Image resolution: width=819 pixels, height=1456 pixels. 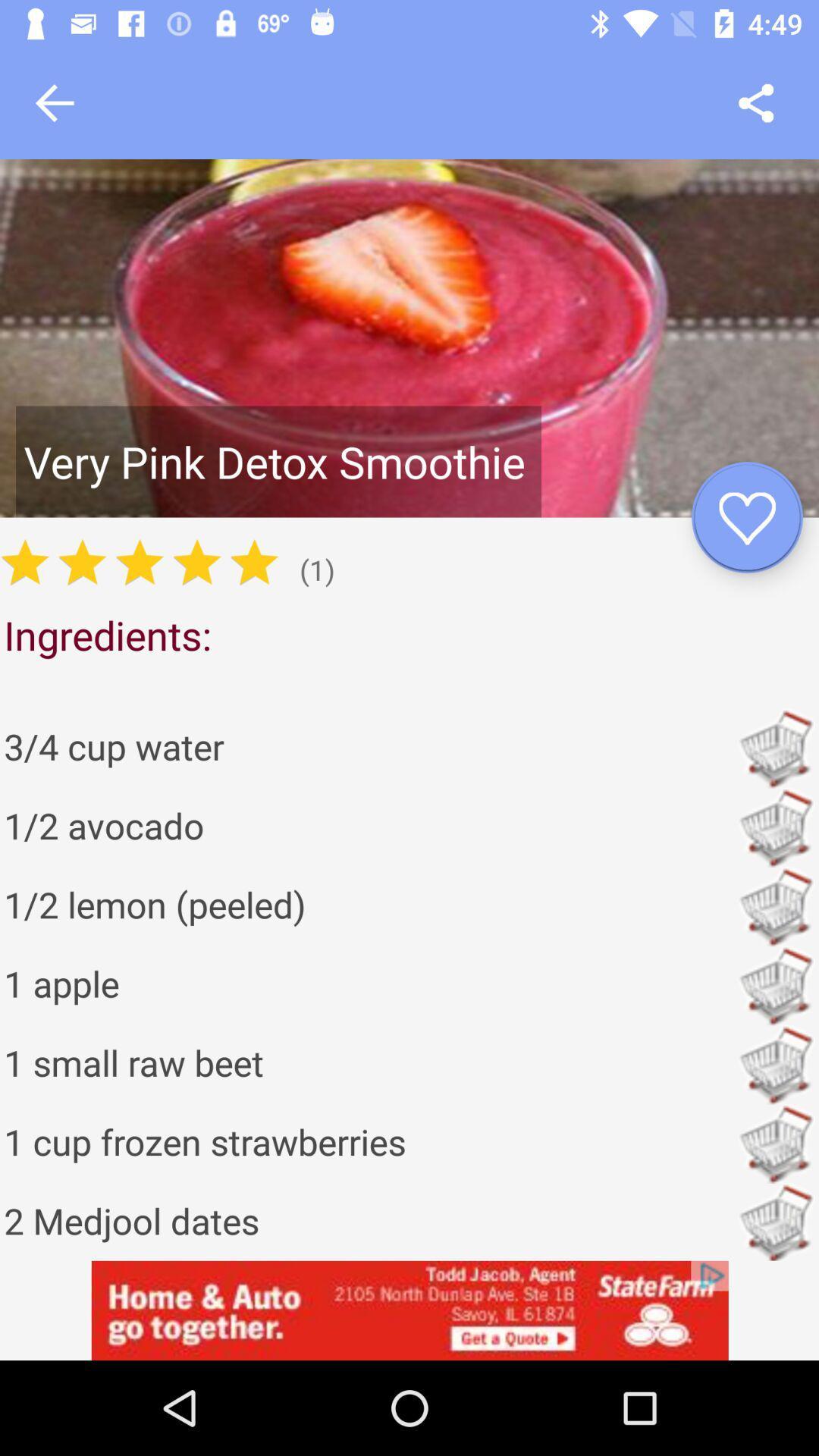 What do you see at coordinates (746, 517) in the screenshot?
I see `love the product` at bounding box center [746, 517].